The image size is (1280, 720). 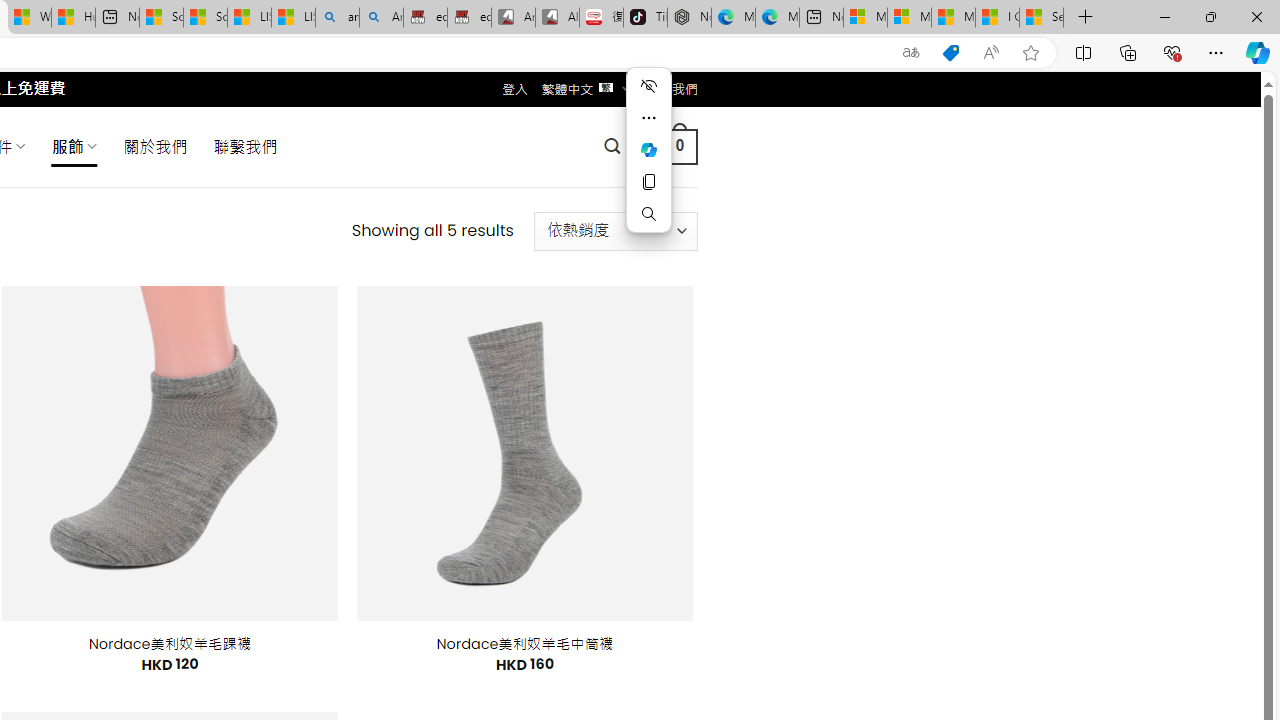 What do you see at coordinates (679, 145) in the screenshot?
I see `'  0  '` at bounding box center [679, 145].